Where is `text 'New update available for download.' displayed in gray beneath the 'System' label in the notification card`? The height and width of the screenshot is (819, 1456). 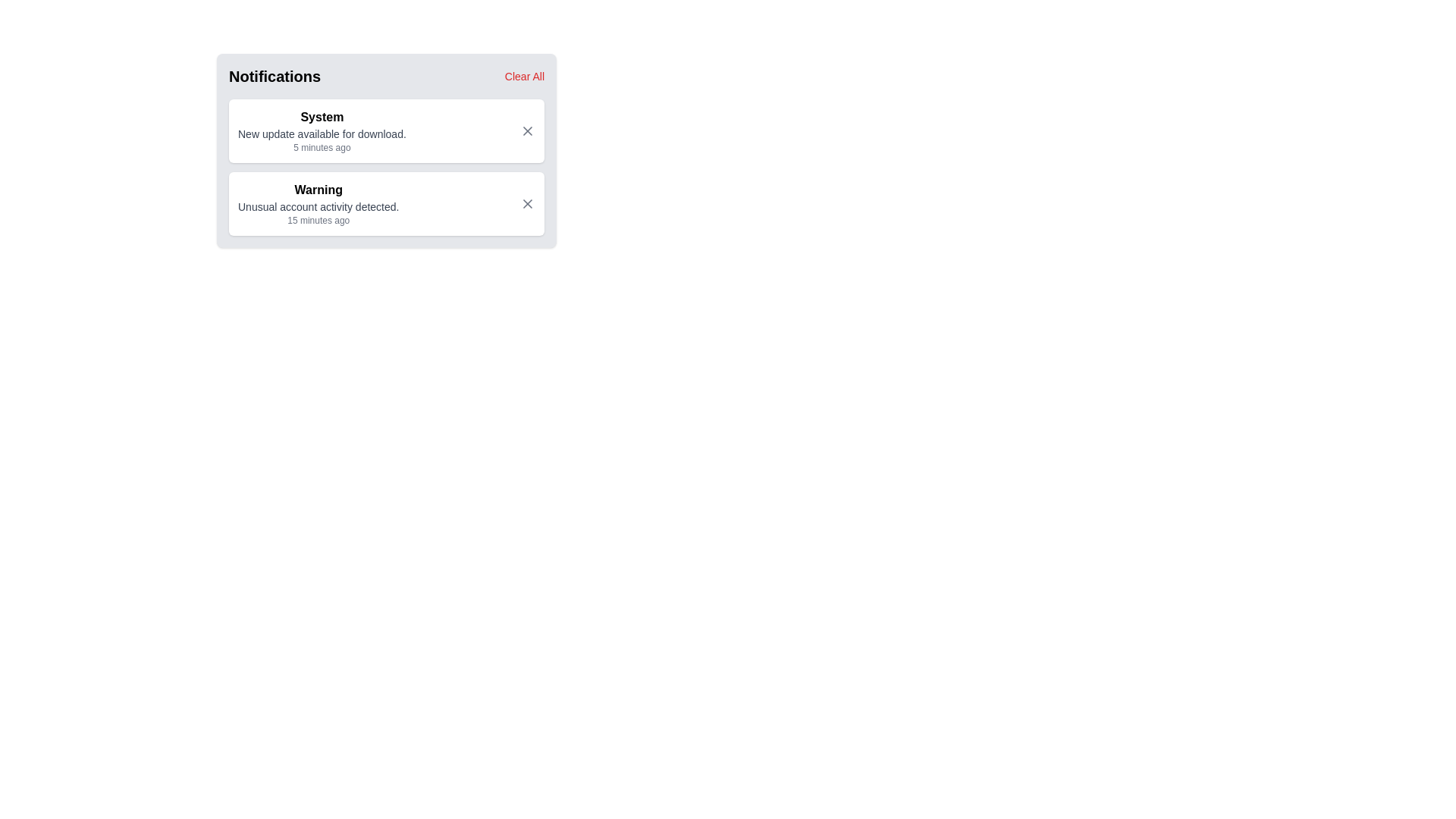
text 'New update available for download.' displayed in gray beneath the 'System' label in the notification card is located at coordinates (321, 133).